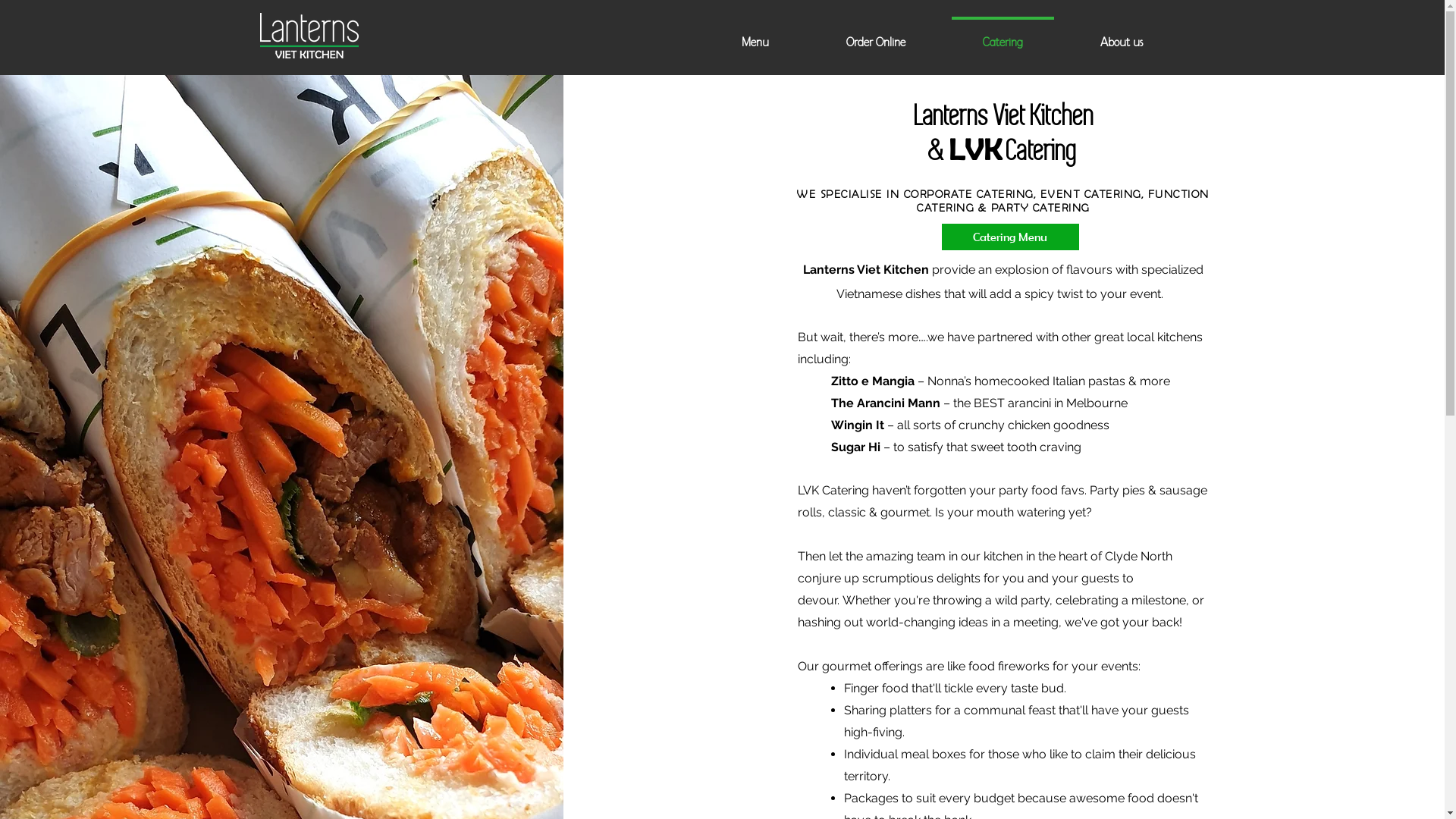  Describe the element at coordinates (874, 34) in the screenshot. I see `'Order Online'` at that location.